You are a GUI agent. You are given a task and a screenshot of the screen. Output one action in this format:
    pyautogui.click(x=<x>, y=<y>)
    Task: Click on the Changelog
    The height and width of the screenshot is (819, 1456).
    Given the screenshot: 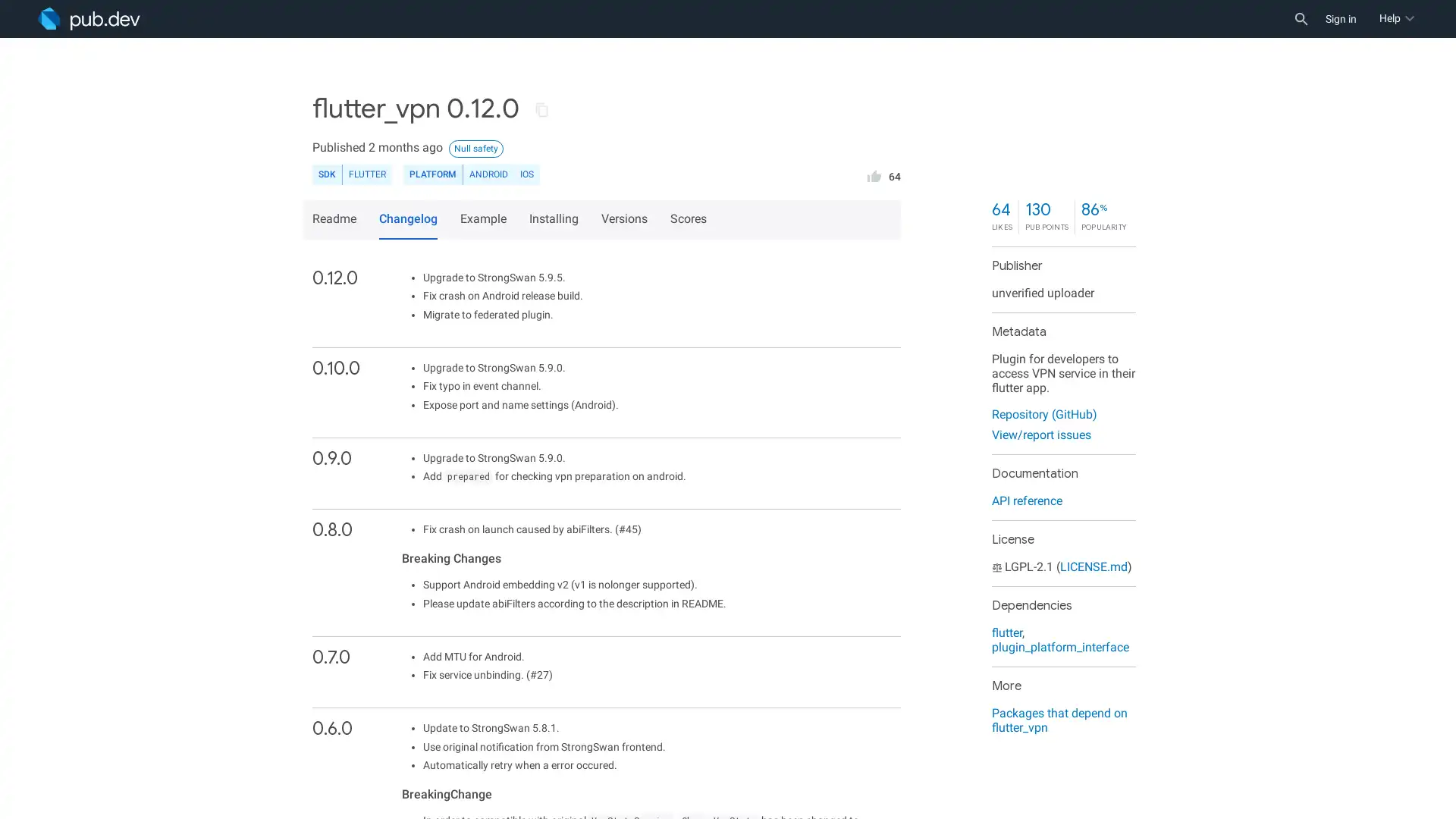 What is the action you would take?
    pyautogui.click(x=408, y=219)
    